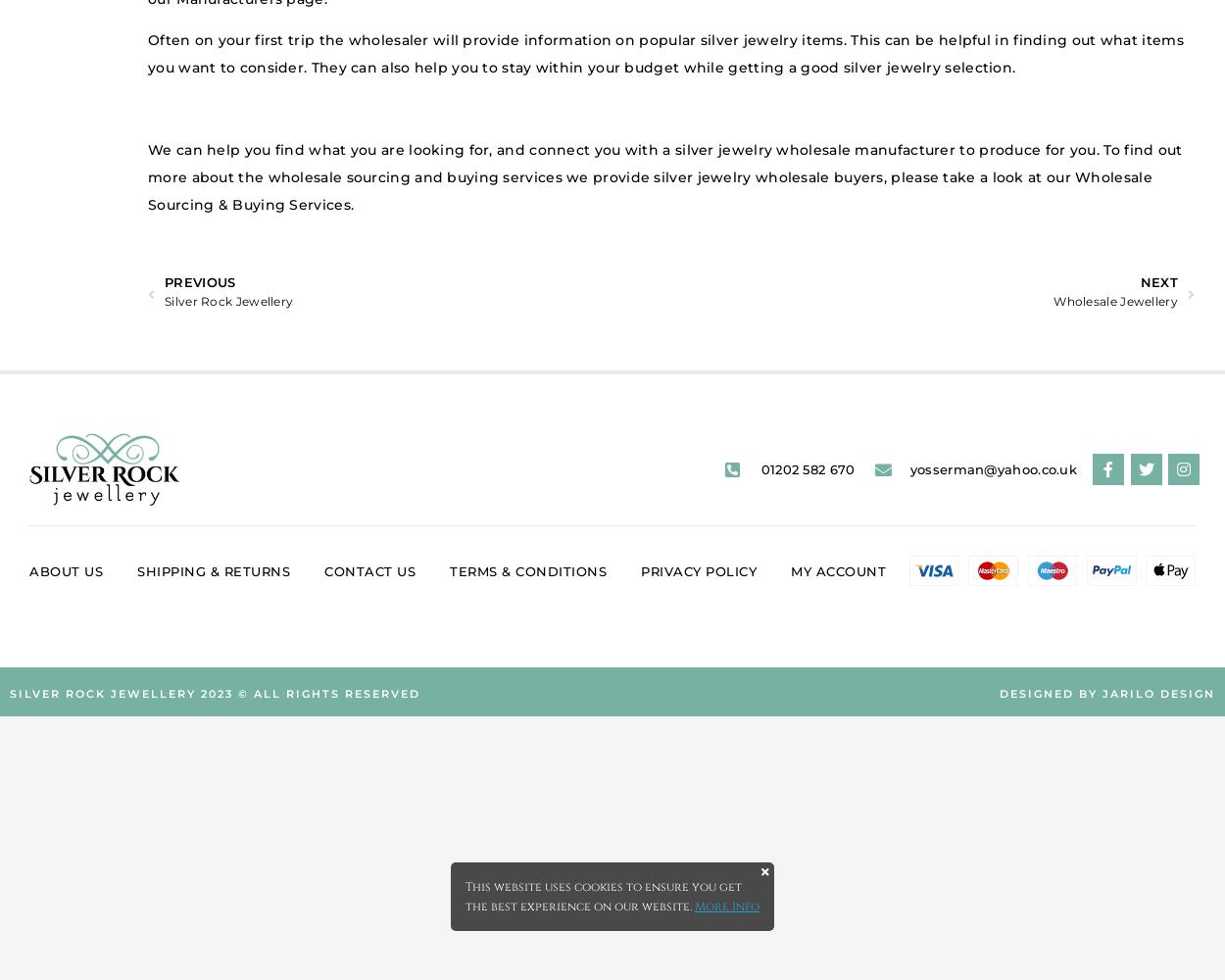 The width and height of the screenshot is (1225, 980). Describe the element at coordinates (1158, 282) in the screenshot. I see `'Next'` at that location.